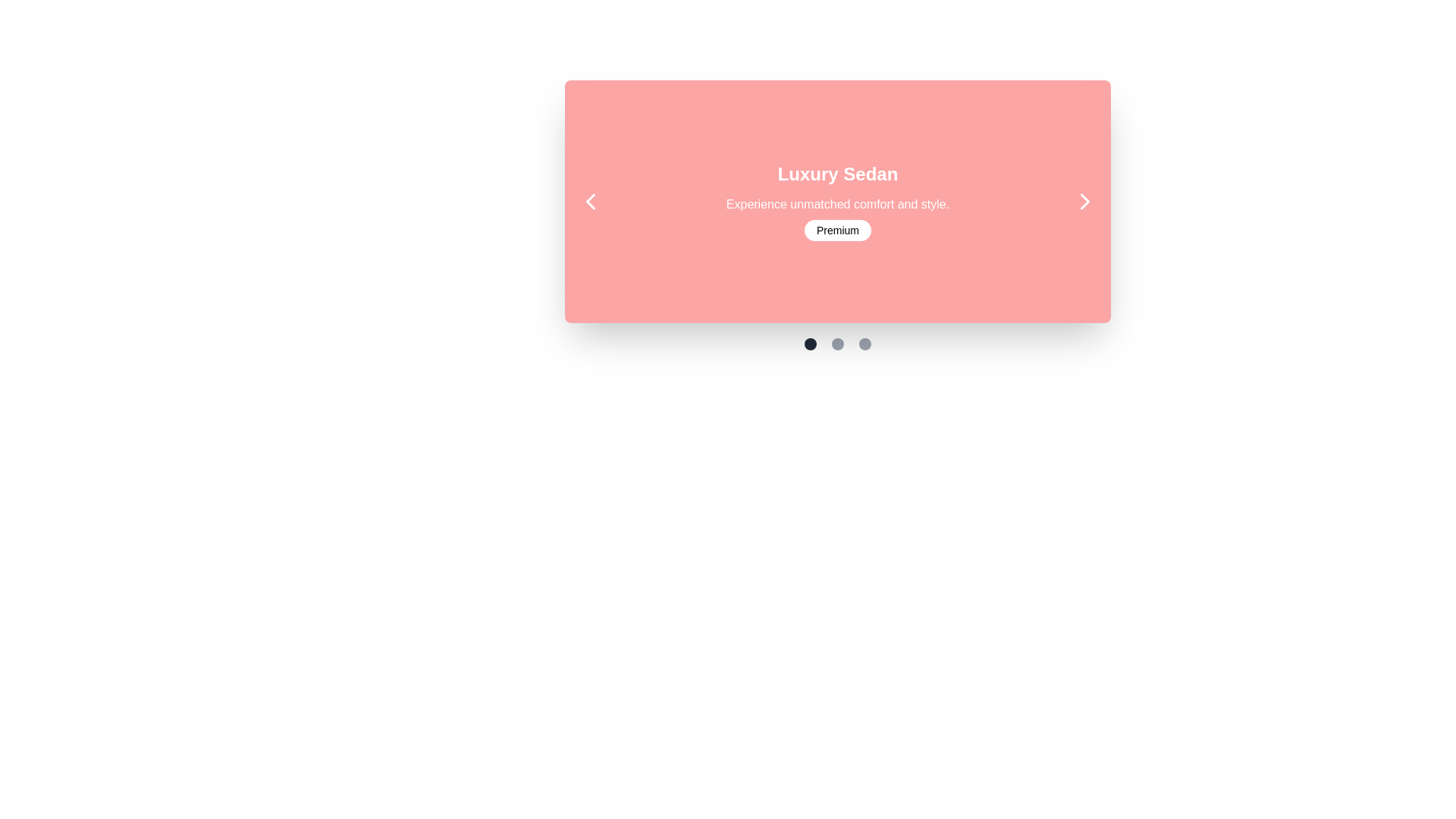  What do you see at coordinates (836, 344) in the screenshot?
I see `the middle circular indicator dot in the carousel group, which is distinguished by its gray color` at bounding box center [836, 344].